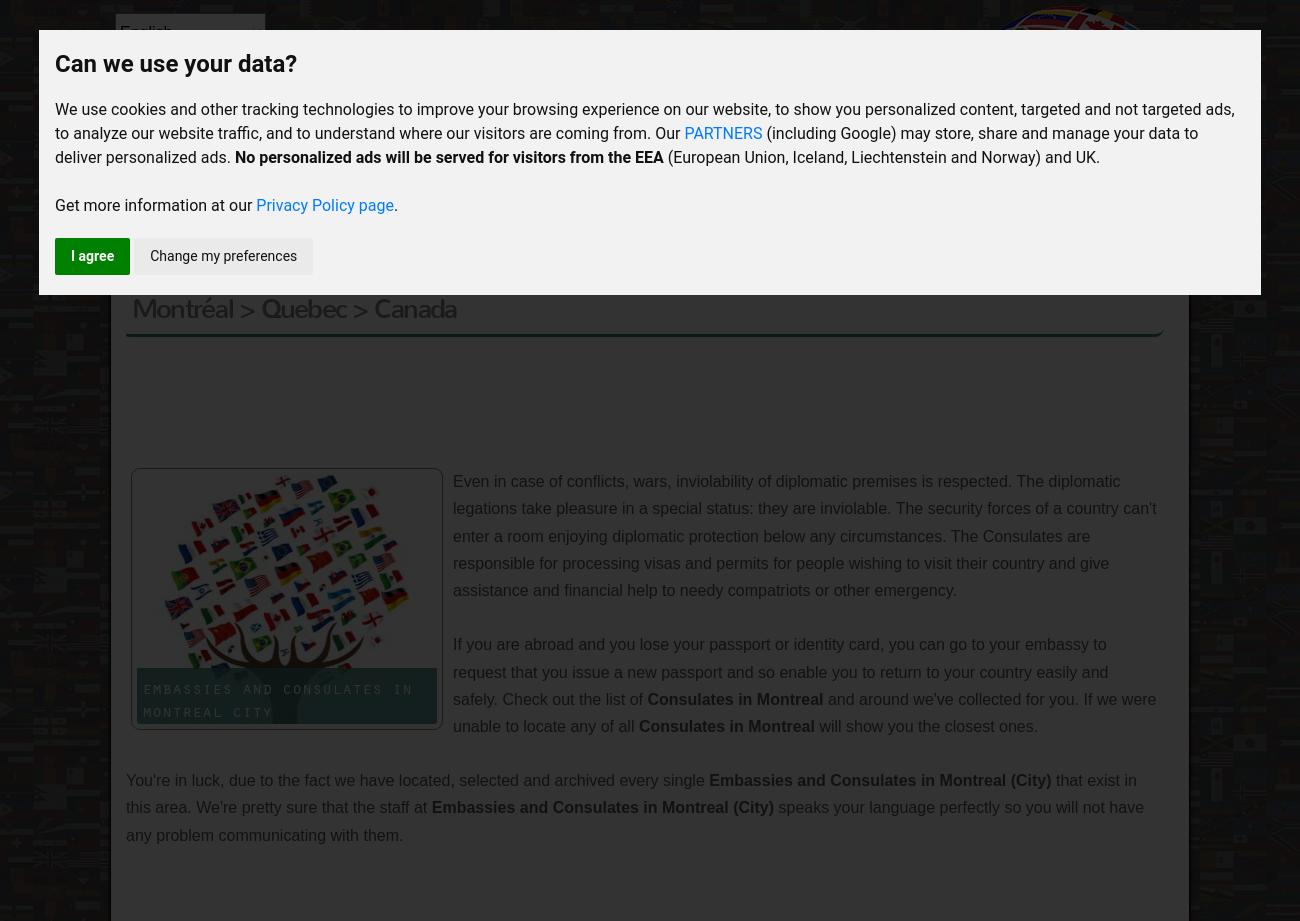  What do you see at coordinates (635, 819) in the screenshot?
I see `'speaks your language perfectly so you will not have any problem communicating with them.'` at bounding box center [635, 819].